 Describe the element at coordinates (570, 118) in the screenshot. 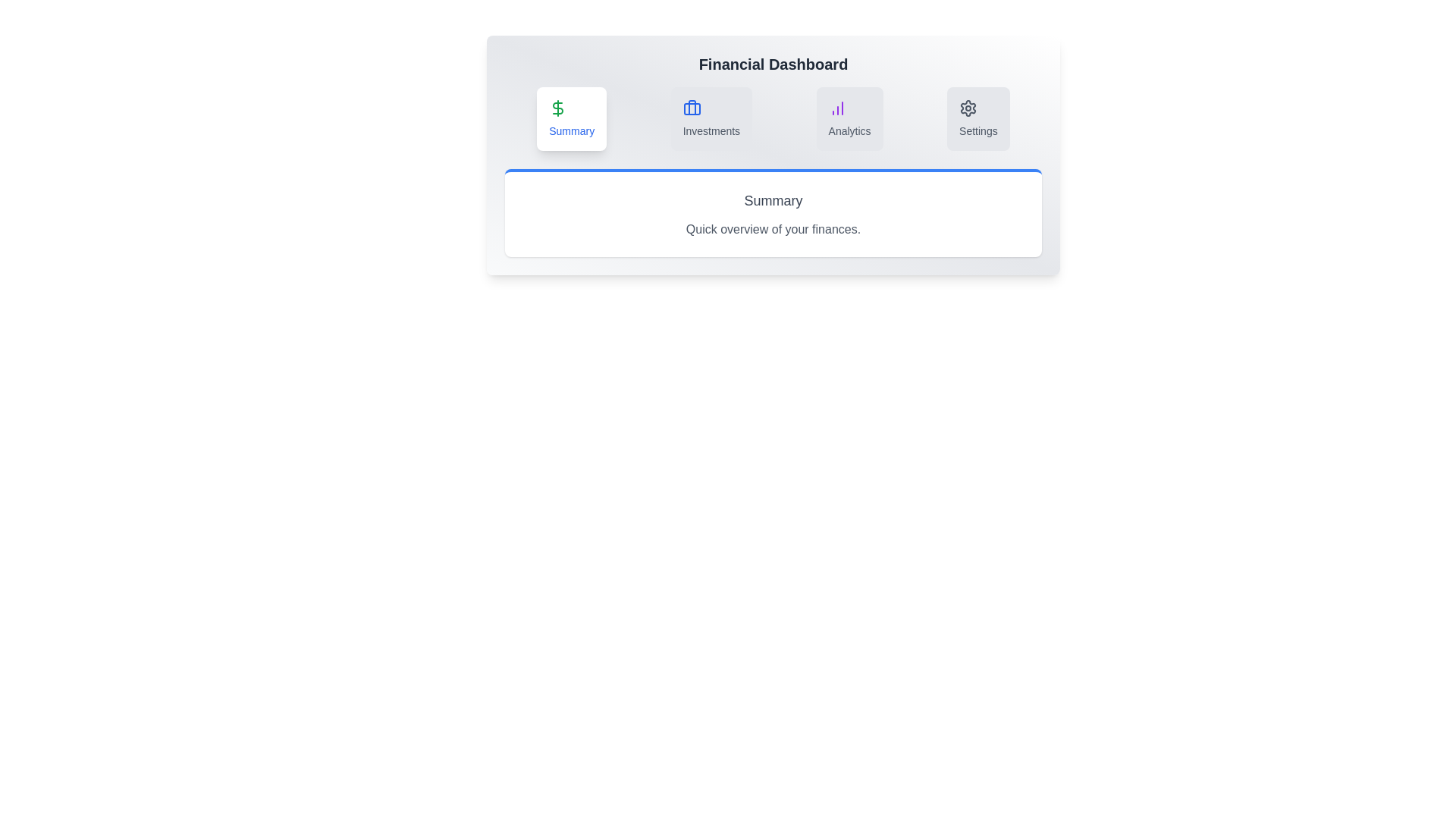

I see `the Summary tab to view its content` at that location.